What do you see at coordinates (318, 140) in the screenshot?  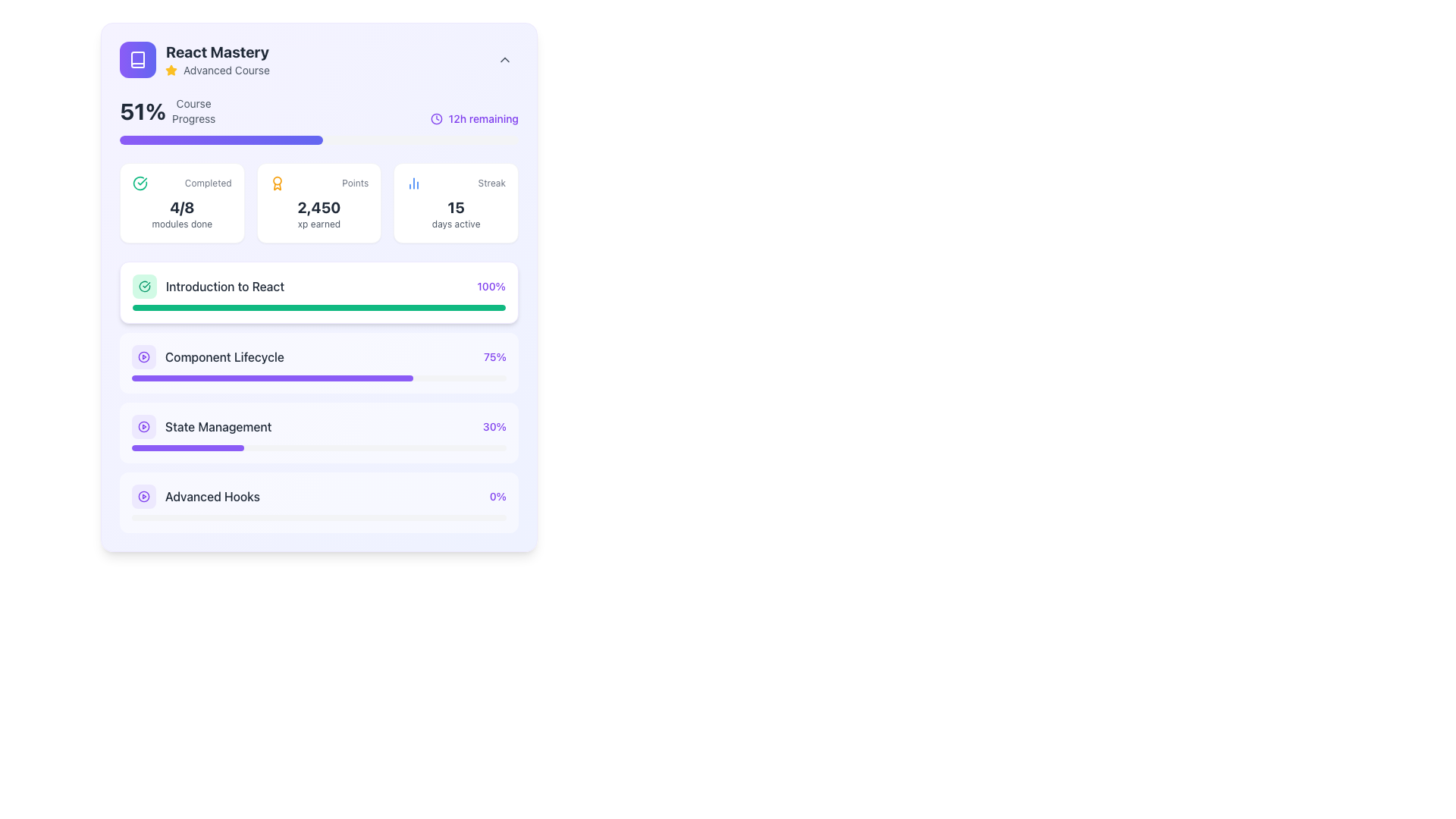 I see `the progress bar indicating 51% completion, which has a gradient foreground transitioning from violet to indigo, located below the '51%' text and 'Course Progress' label` at bounding box center [318, 140].